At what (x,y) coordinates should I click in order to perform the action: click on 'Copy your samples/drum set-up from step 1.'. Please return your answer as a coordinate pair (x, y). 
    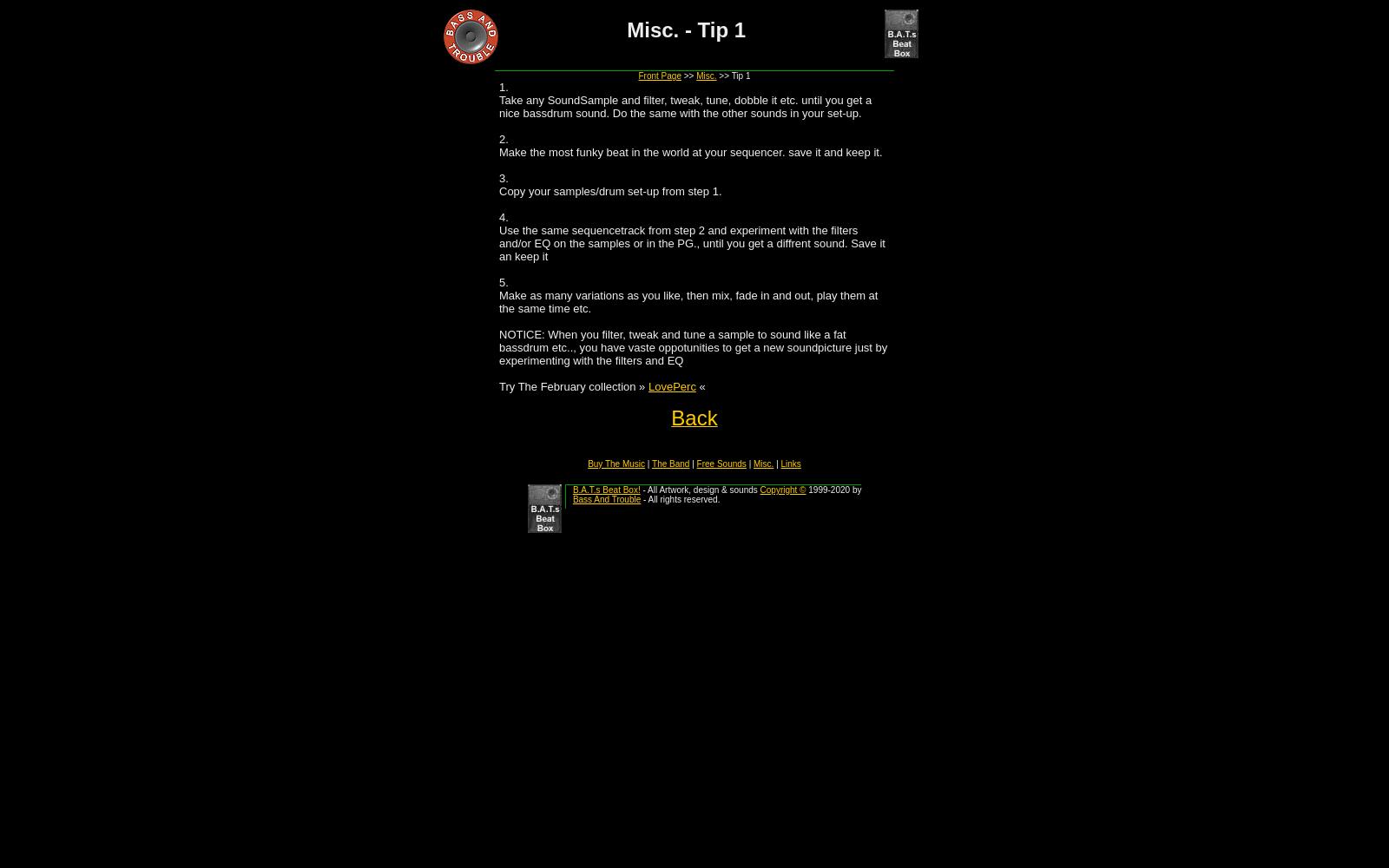
    Looking at the image, I should click on (610, 190).